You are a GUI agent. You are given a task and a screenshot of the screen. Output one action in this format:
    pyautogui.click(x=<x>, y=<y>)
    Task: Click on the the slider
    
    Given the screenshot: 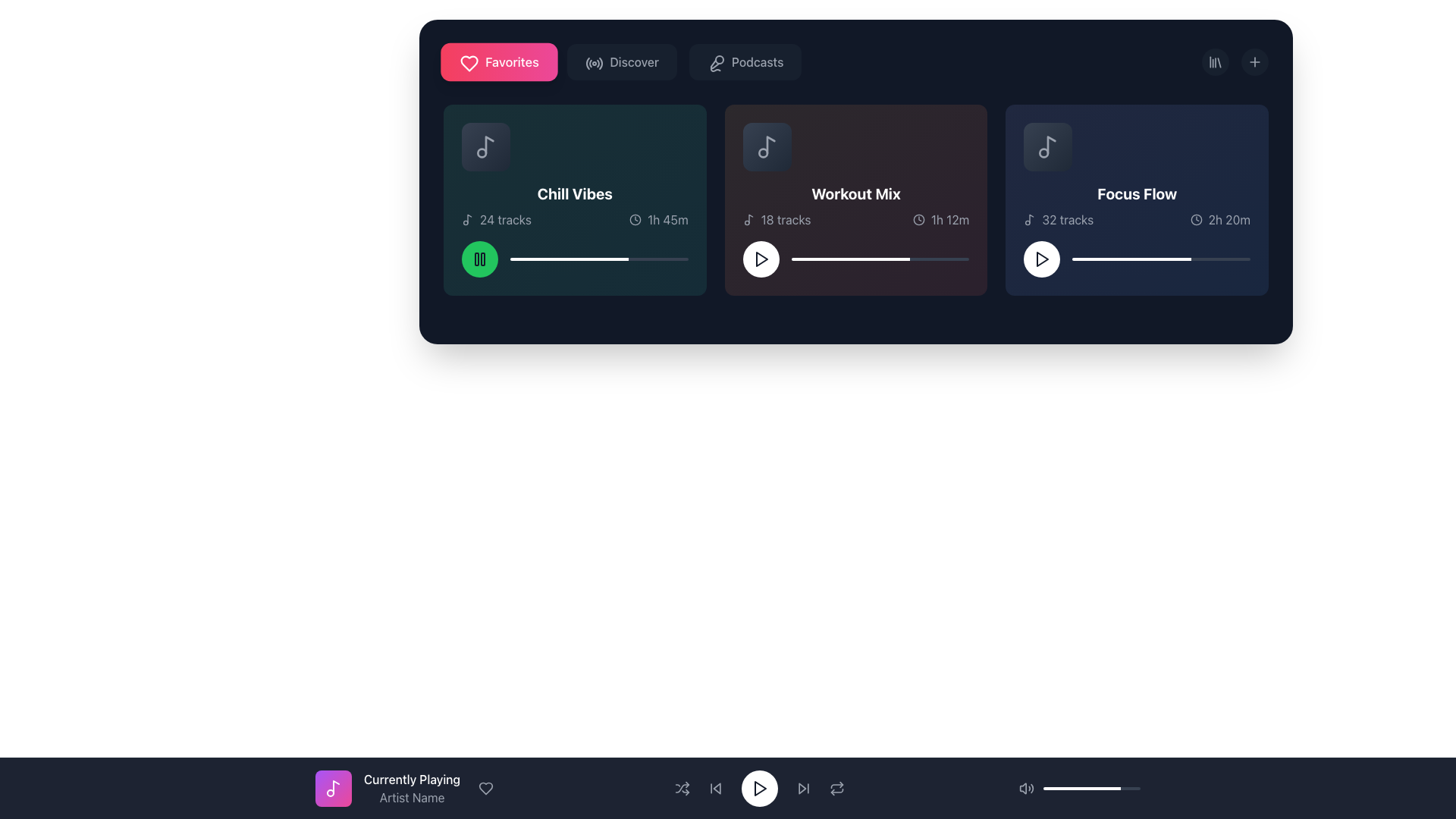 What is the action you would take?
    pyautogui.click(x=836, y=259)
    